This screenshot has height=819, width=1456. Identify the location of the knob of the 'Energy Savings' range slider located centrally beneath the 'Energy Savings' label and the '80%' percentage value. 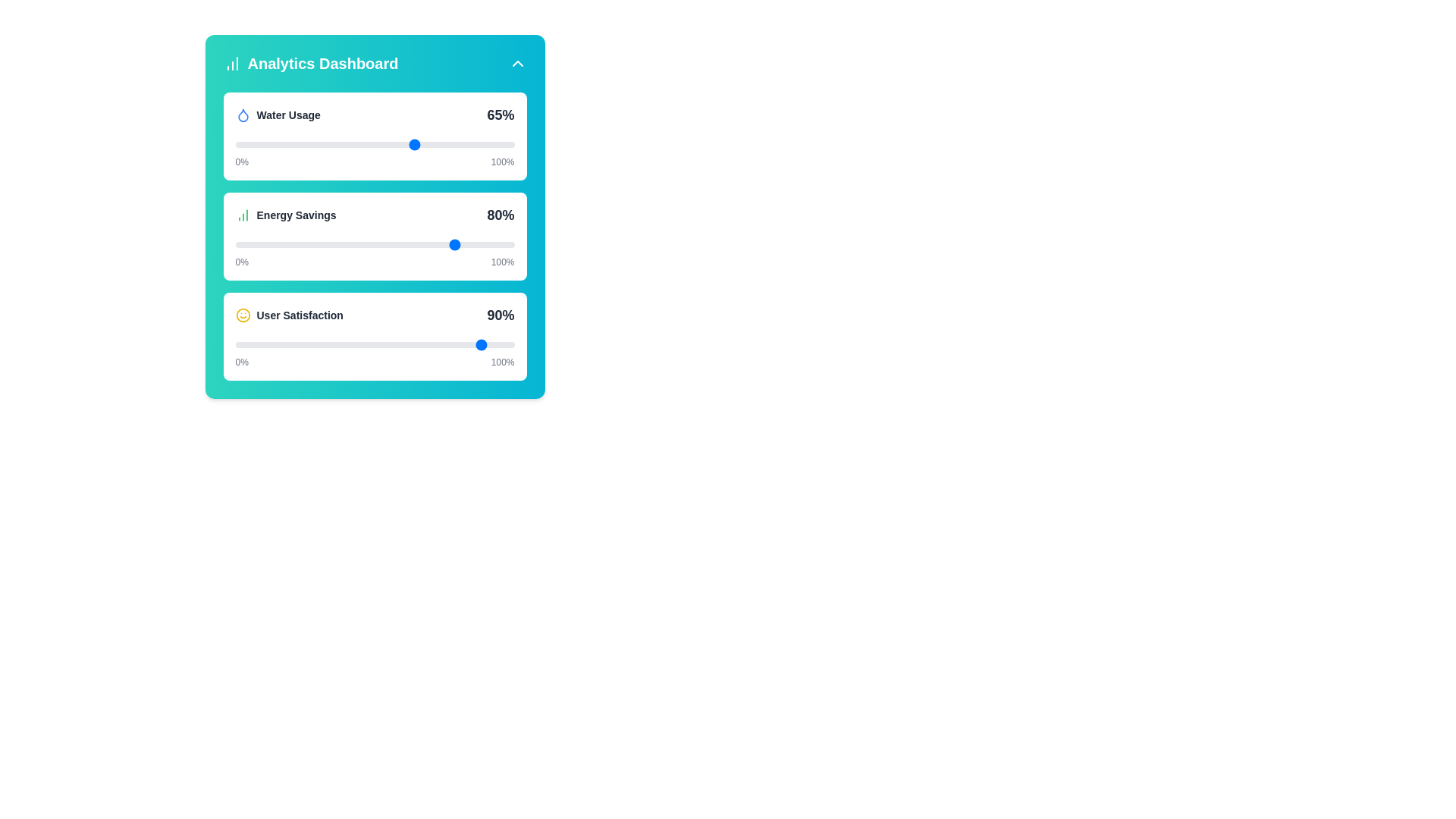
(375, 244).